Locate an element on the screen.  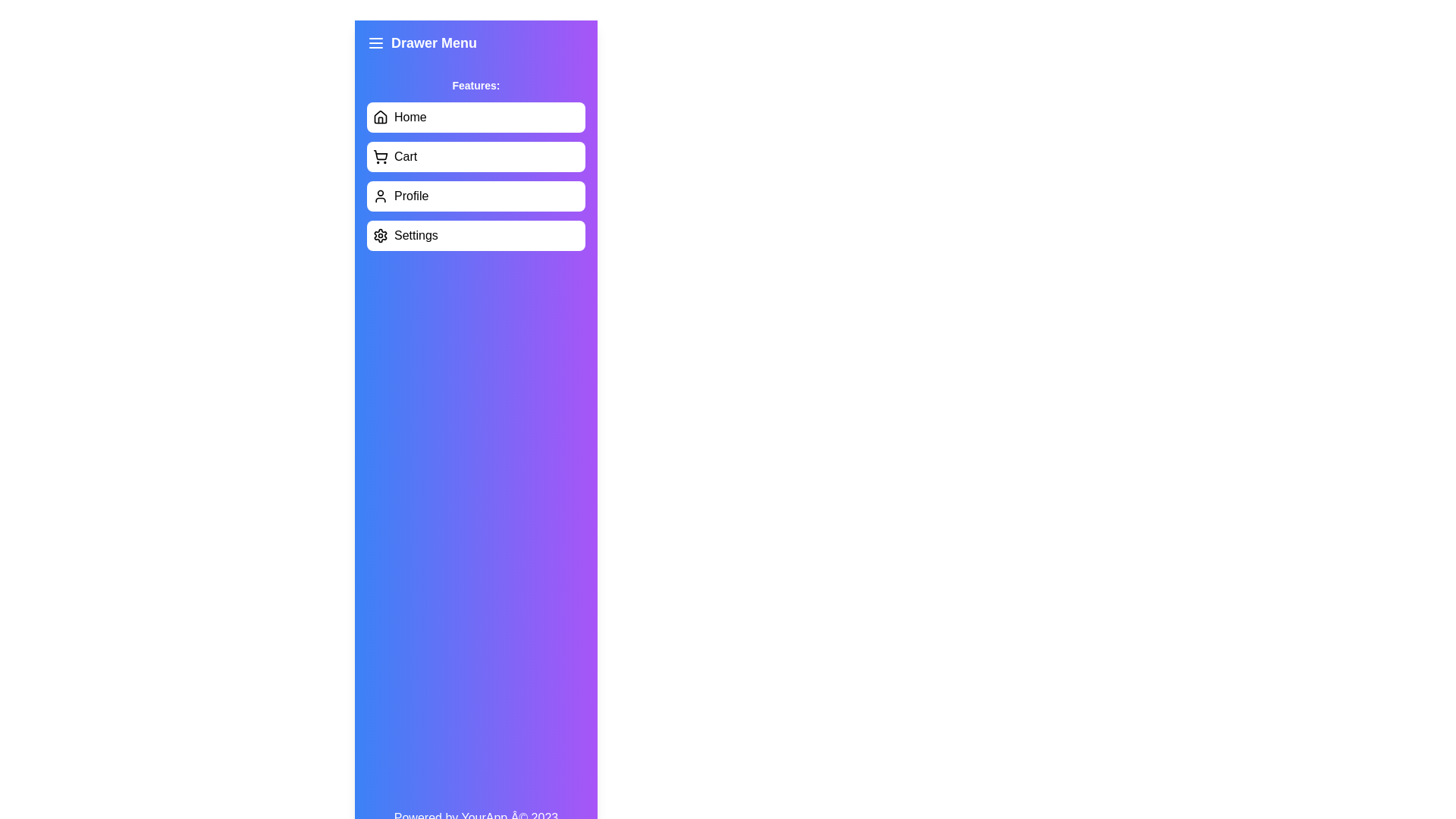
the 'Settings' text label in the menu is located at coordinates (416, 236).